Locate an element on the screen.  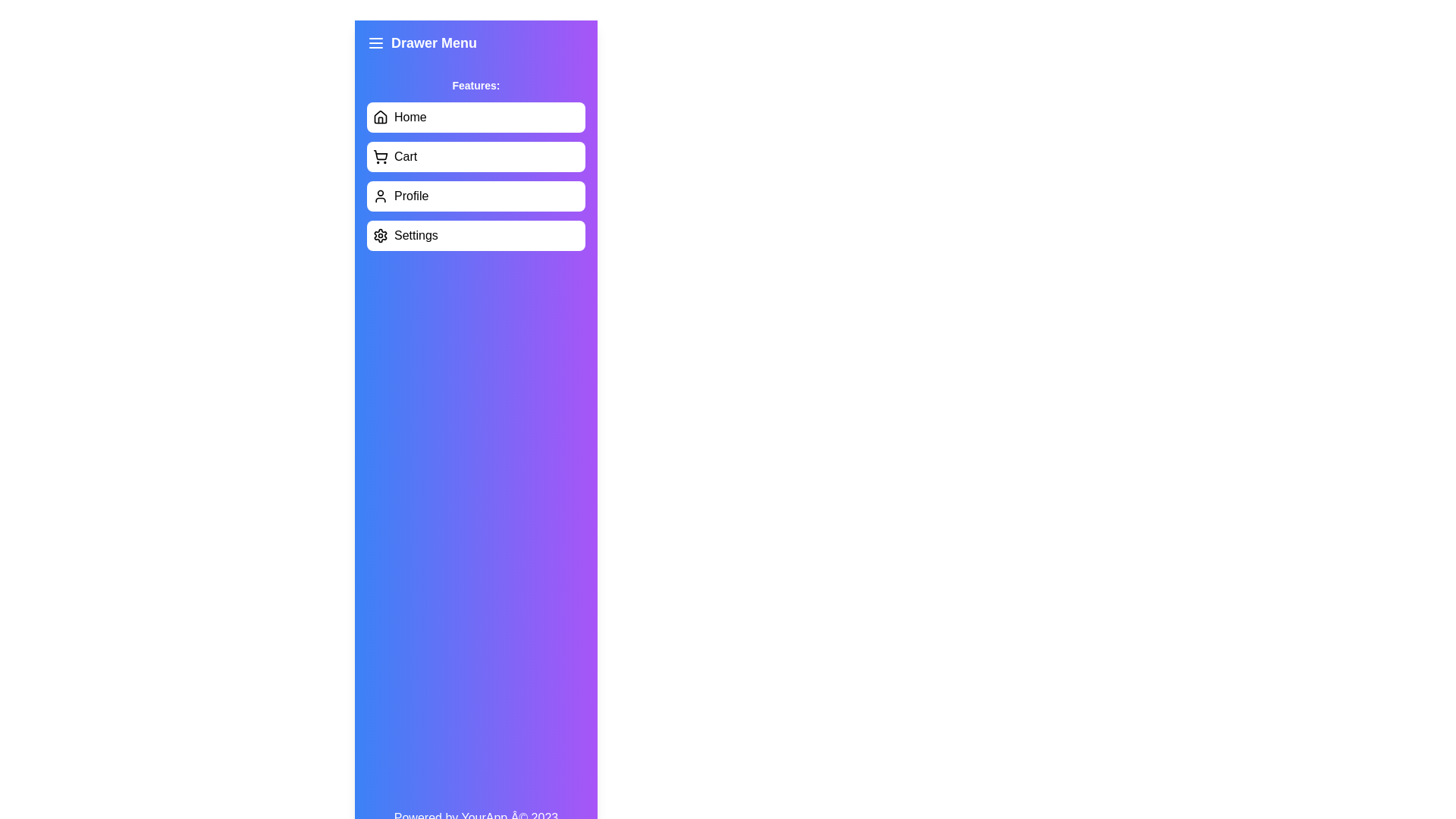
the 'Settings' text label in the menu is located at coordinates (416, 236).